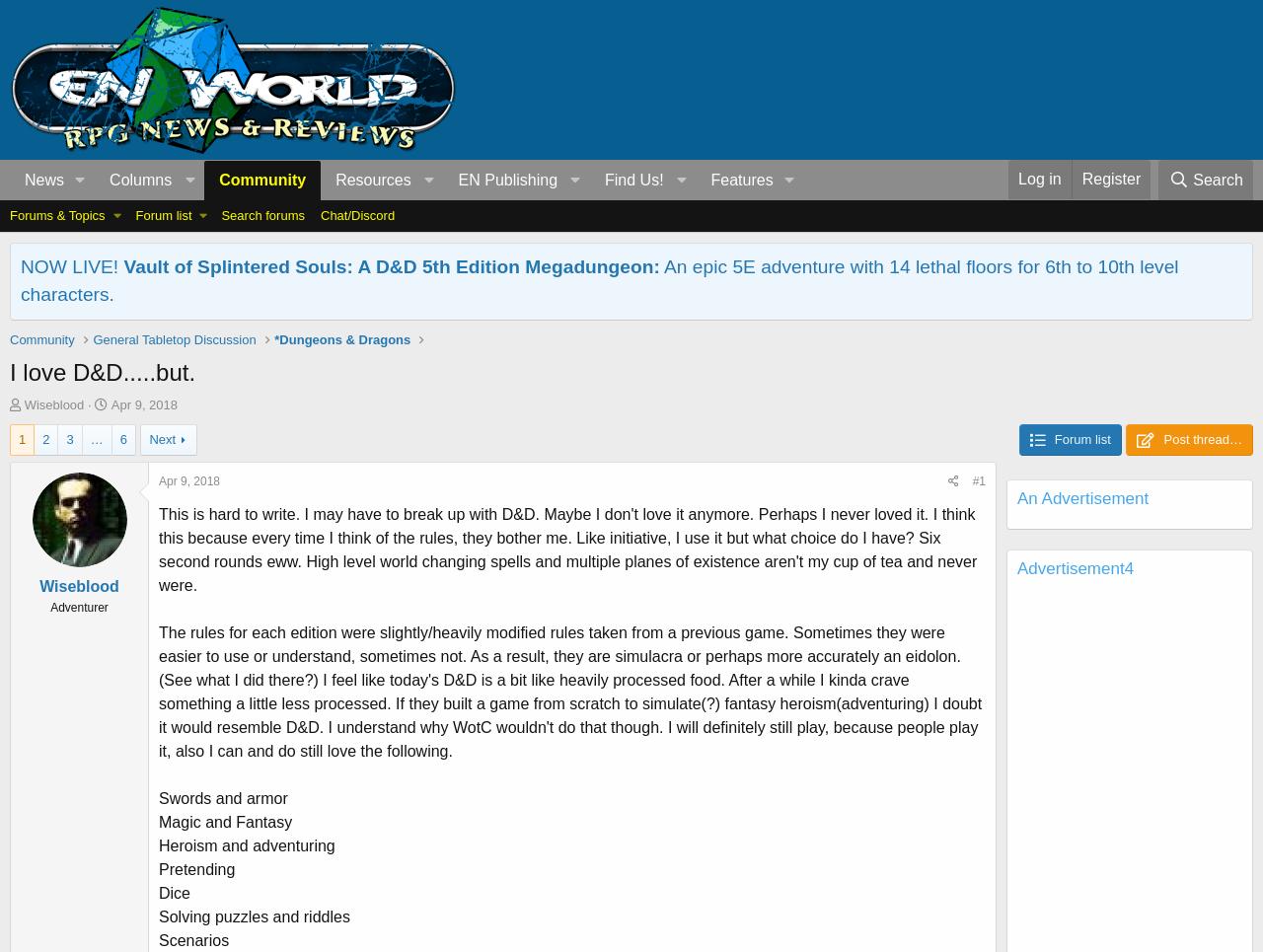 Image resolution: width=1263 pixels, height=952 pixels. What do you see at coordinates (159, 797) in the screenshot?
I see `'Swords and armor'` at bounding box center [159, 797].